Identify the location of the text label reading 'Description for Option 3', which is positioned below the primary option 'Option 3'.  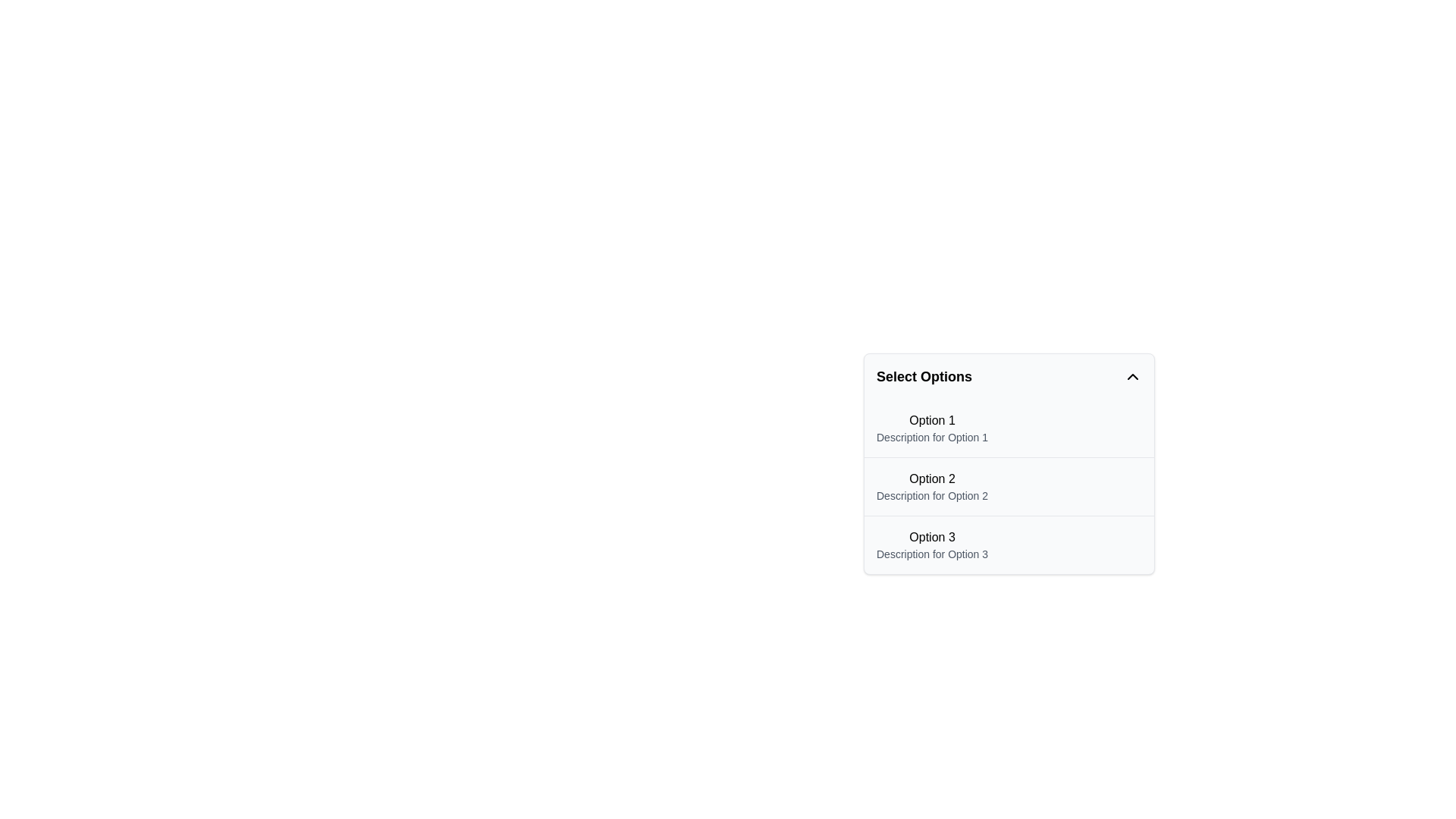
(931, 554).